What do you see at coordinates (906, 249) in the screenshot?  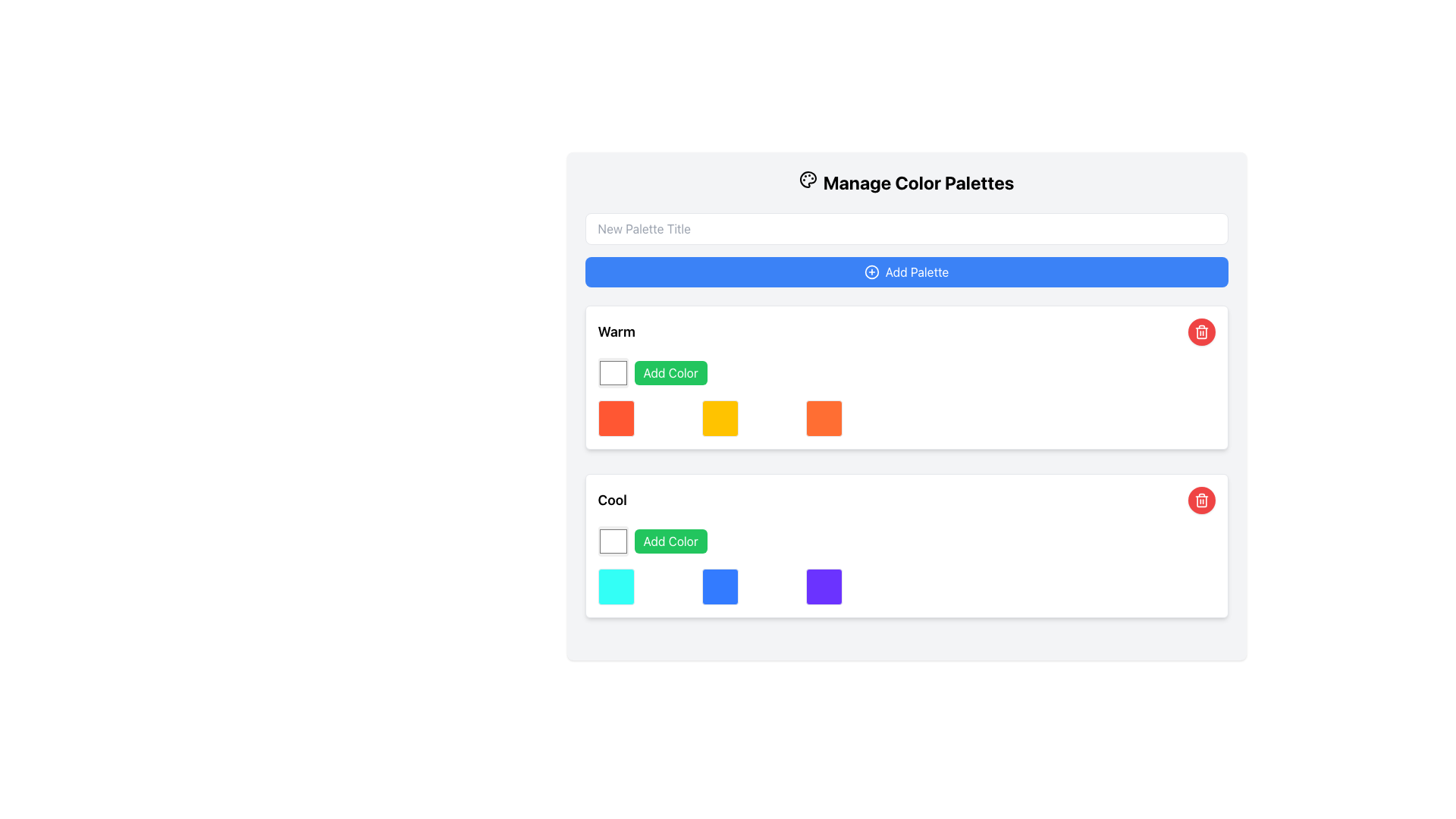 I see `the 'Add Palette' button with a blue background and white text, located in the 'Manage Color Palettes' panel` at bounding box center [906, 249].